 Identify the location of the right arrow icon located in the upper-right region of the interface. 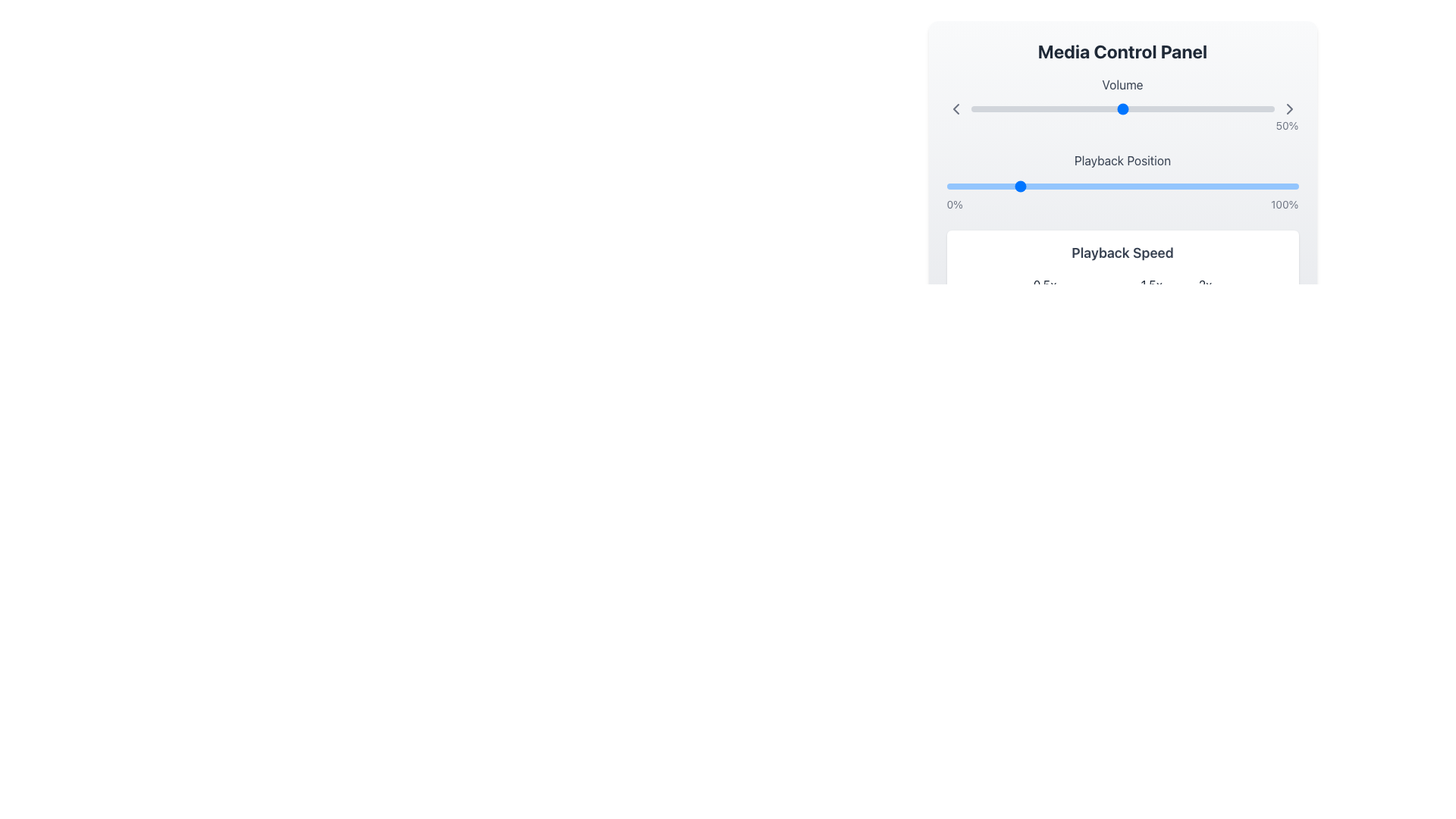
(1288, 108).